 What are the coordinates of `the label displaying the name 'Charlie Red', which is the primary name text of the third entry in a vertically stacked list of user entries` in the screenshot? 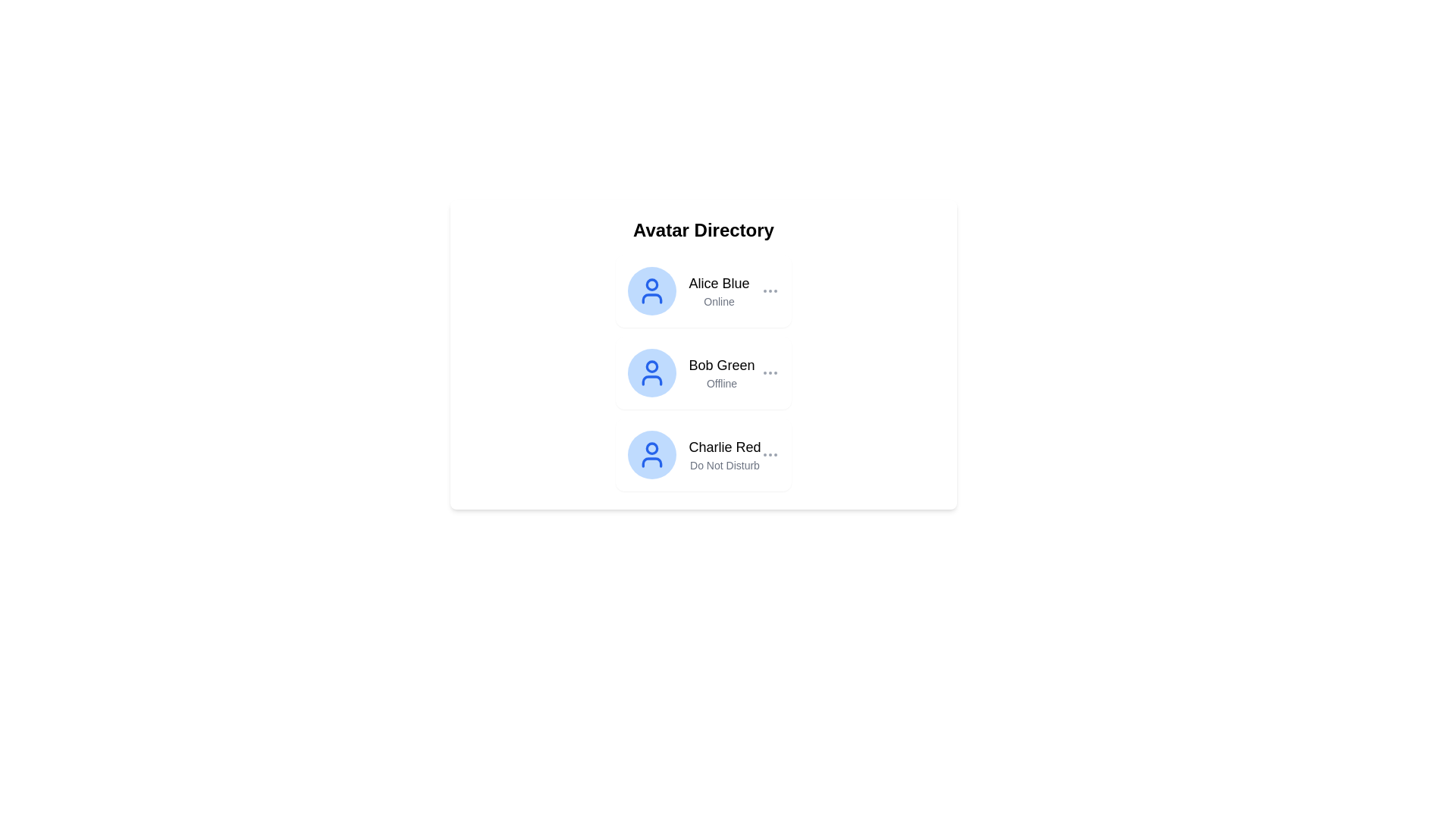 It's located at (723, 447).